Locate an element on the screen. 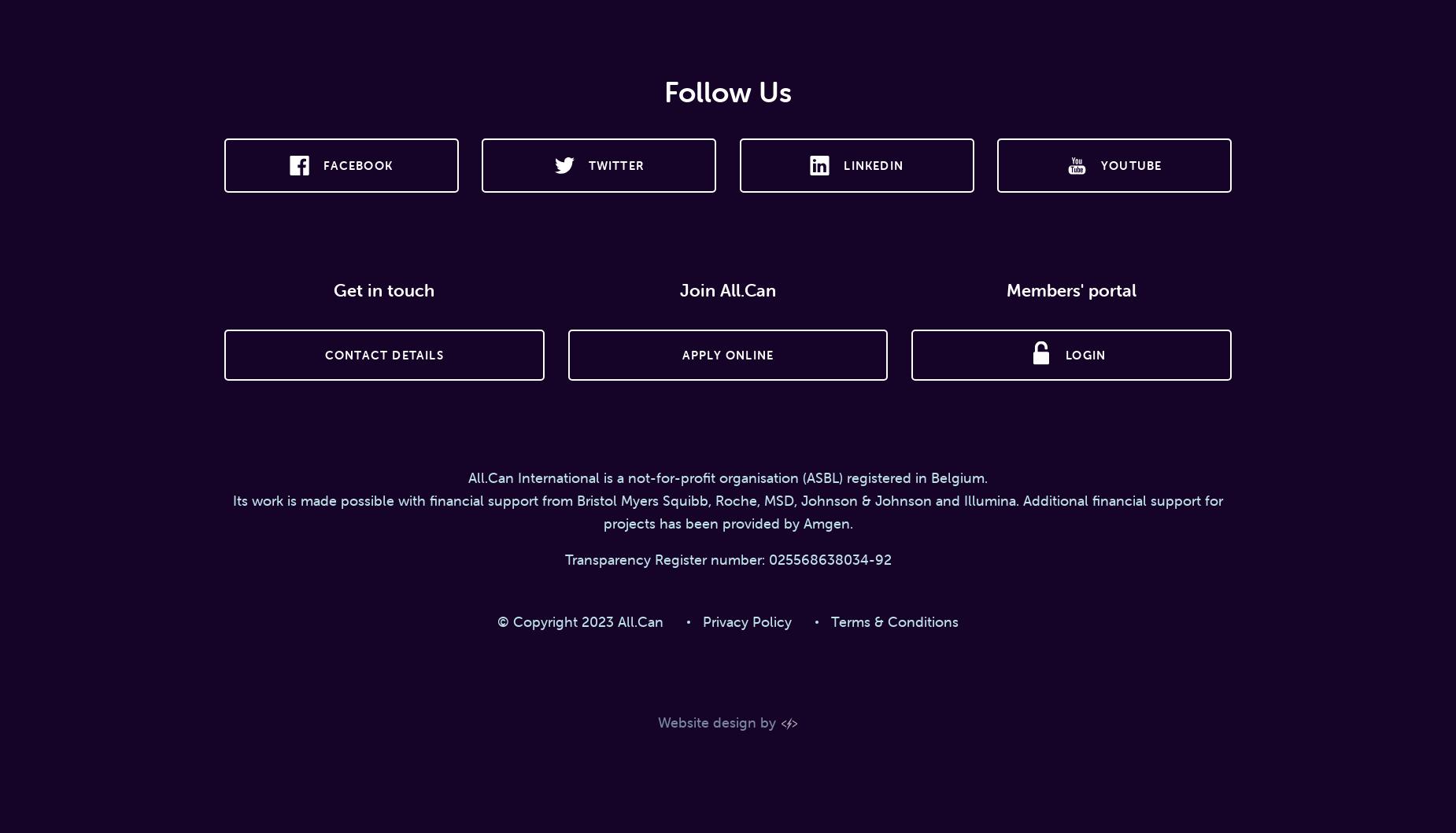 Image resolution: width=1456 pixels, height=833 pixels. 'Members' portal' is located at coordinates (1070, 289).